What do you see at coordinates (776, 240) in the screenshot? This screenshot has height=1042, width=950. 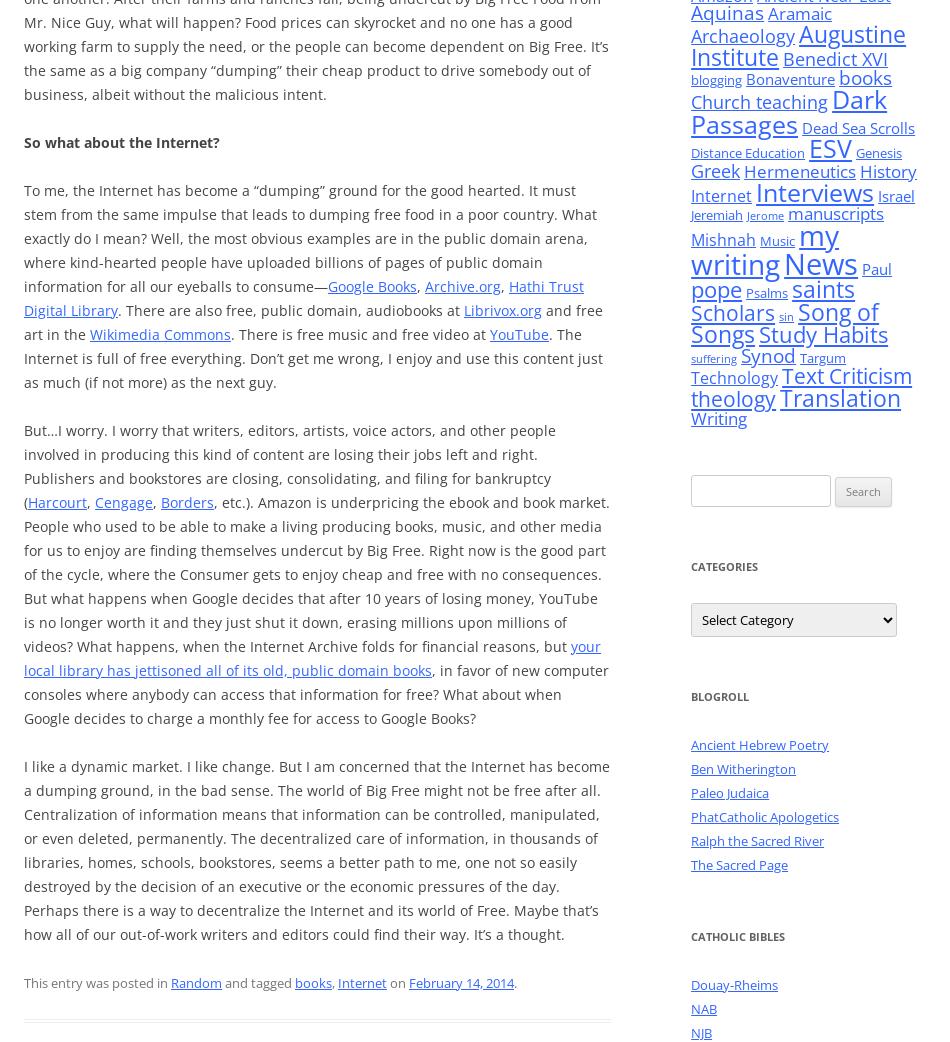 I see `'Music'` at bounding box center [776, 240].